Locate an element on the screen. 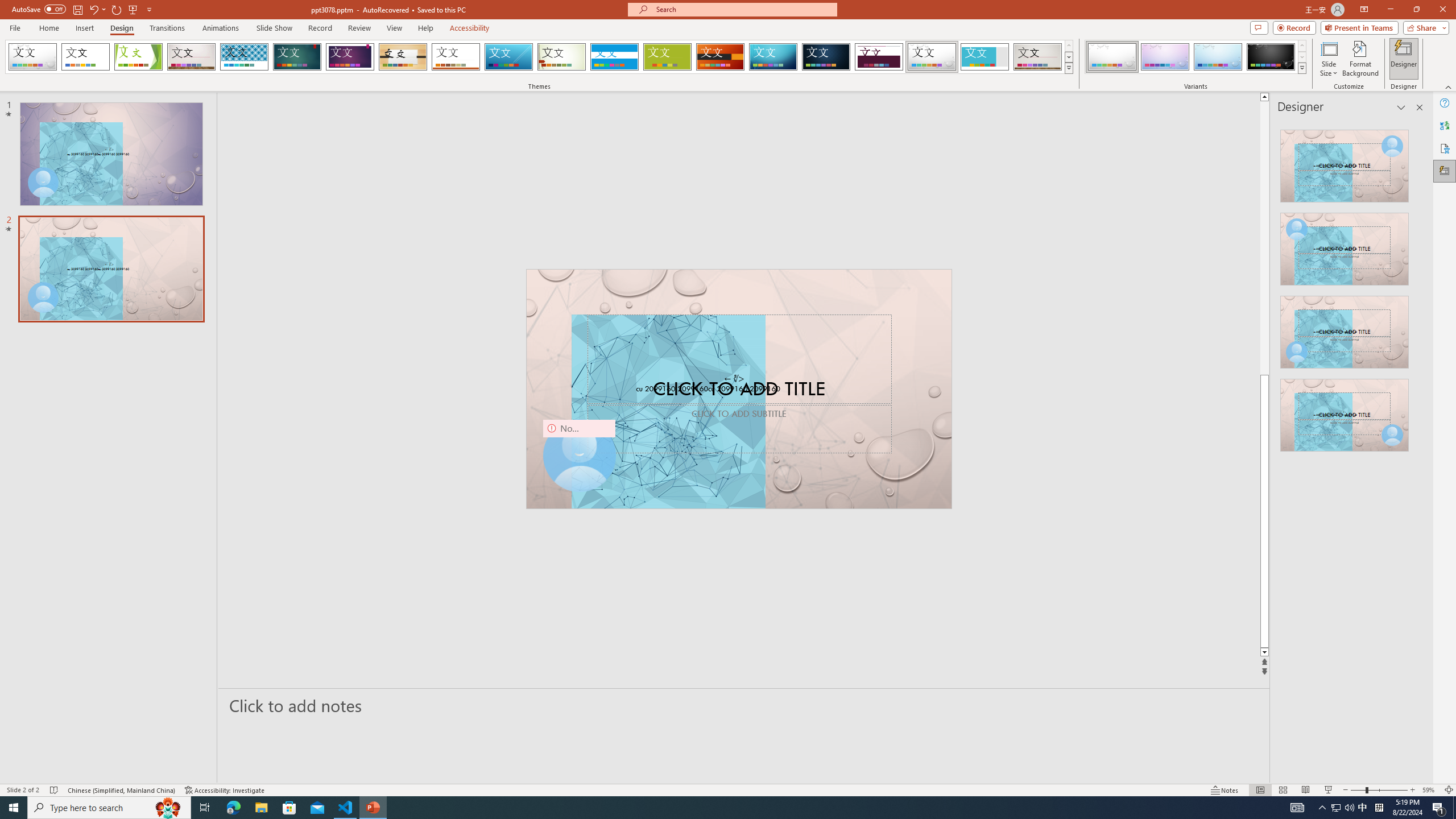 The width and height of the screenshot is (1456, 819). 'Circuit' is located at coordinates (772, 56).